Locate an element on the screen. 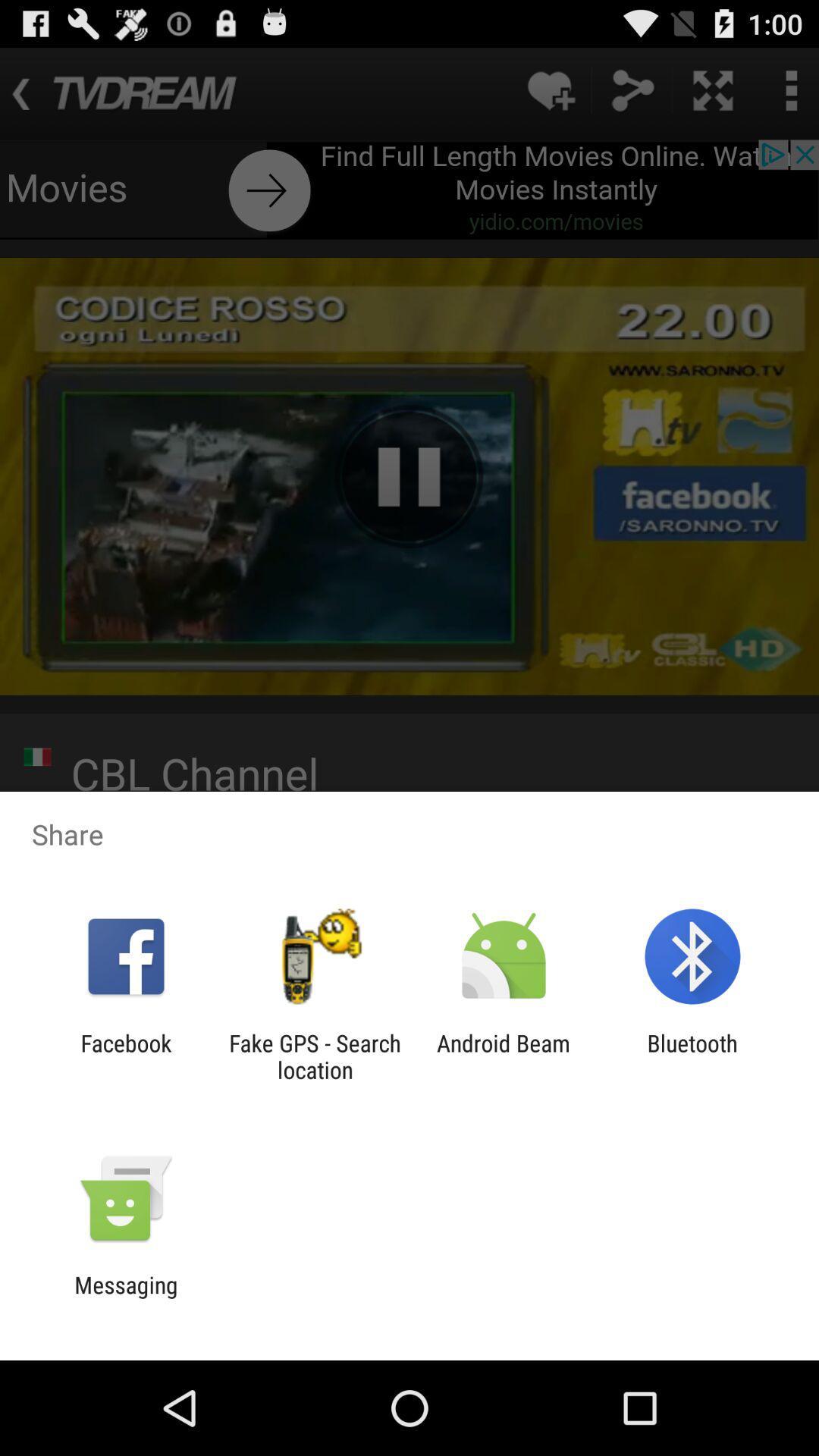  icon next to the fake gps search app is located at coordinates (125, 1056).